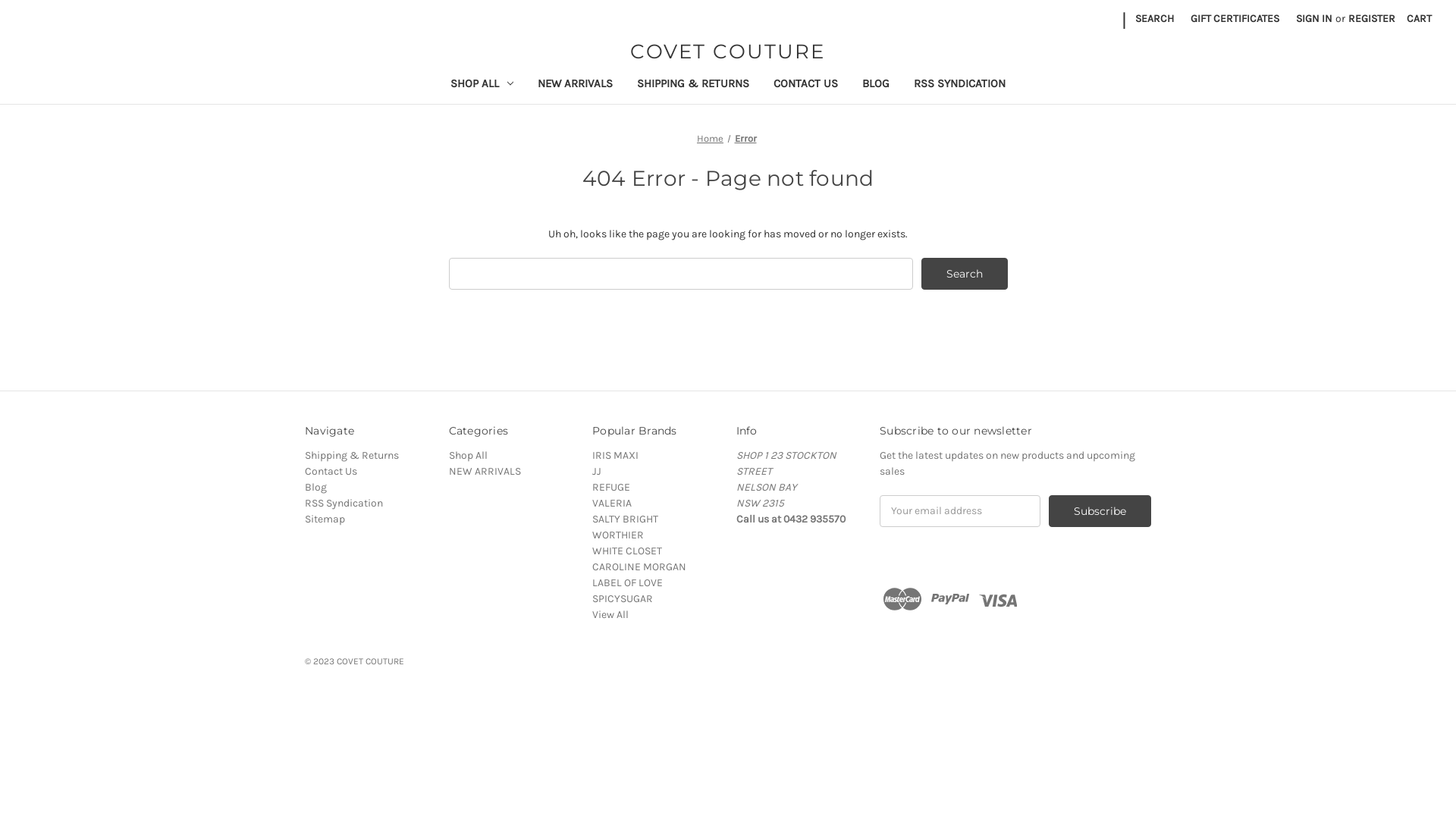 The height and width of the screenshot is (819, 1456). Describe the element at coordinates (611, 503) in the screenshot. I see `'VALERIA'` at that location.